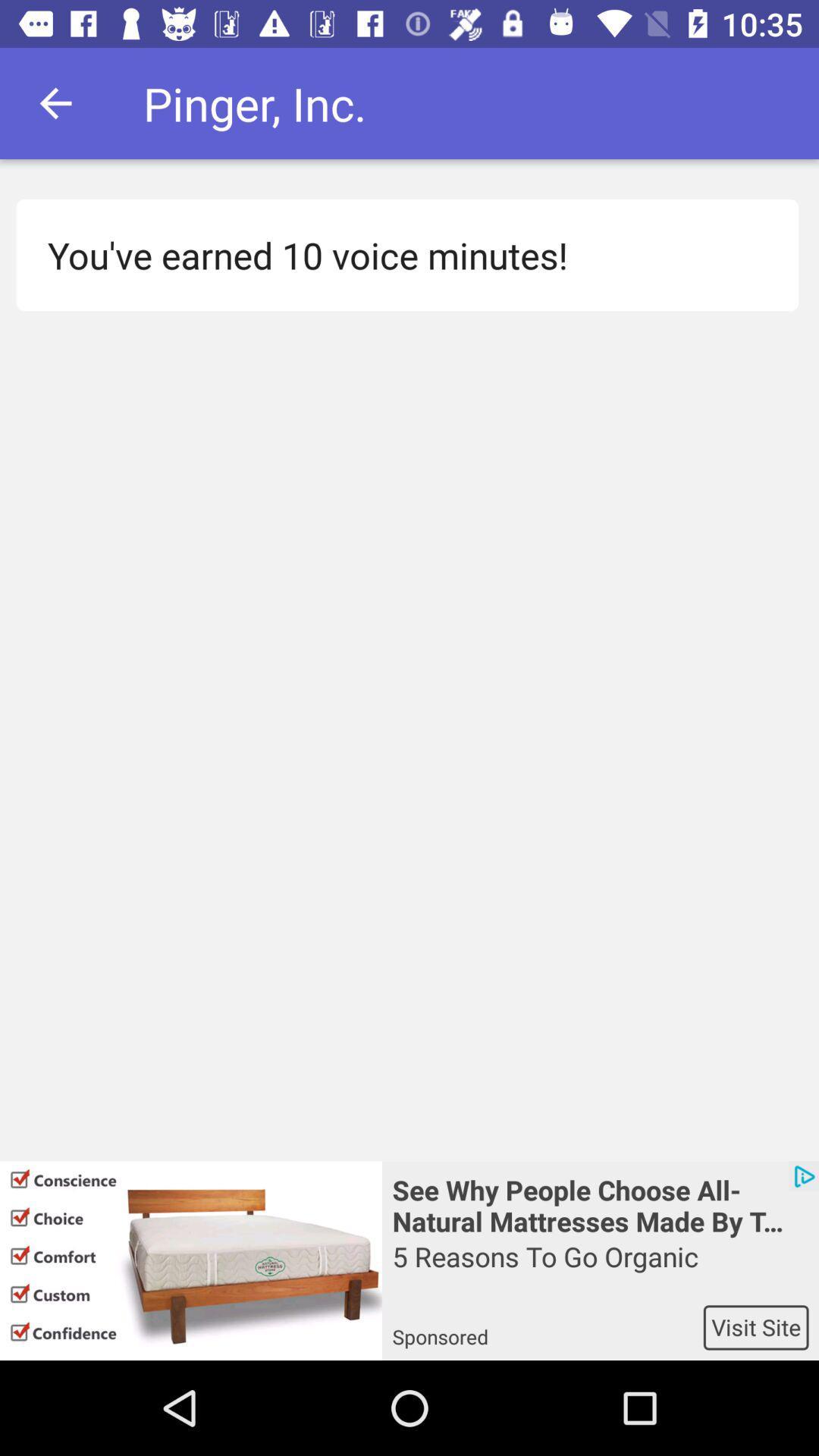 This screenshot has height=1456, width=819. Describe the element at coordinates (599, 1271) in the screenshot. I see `the item above the sponsored` at that location.